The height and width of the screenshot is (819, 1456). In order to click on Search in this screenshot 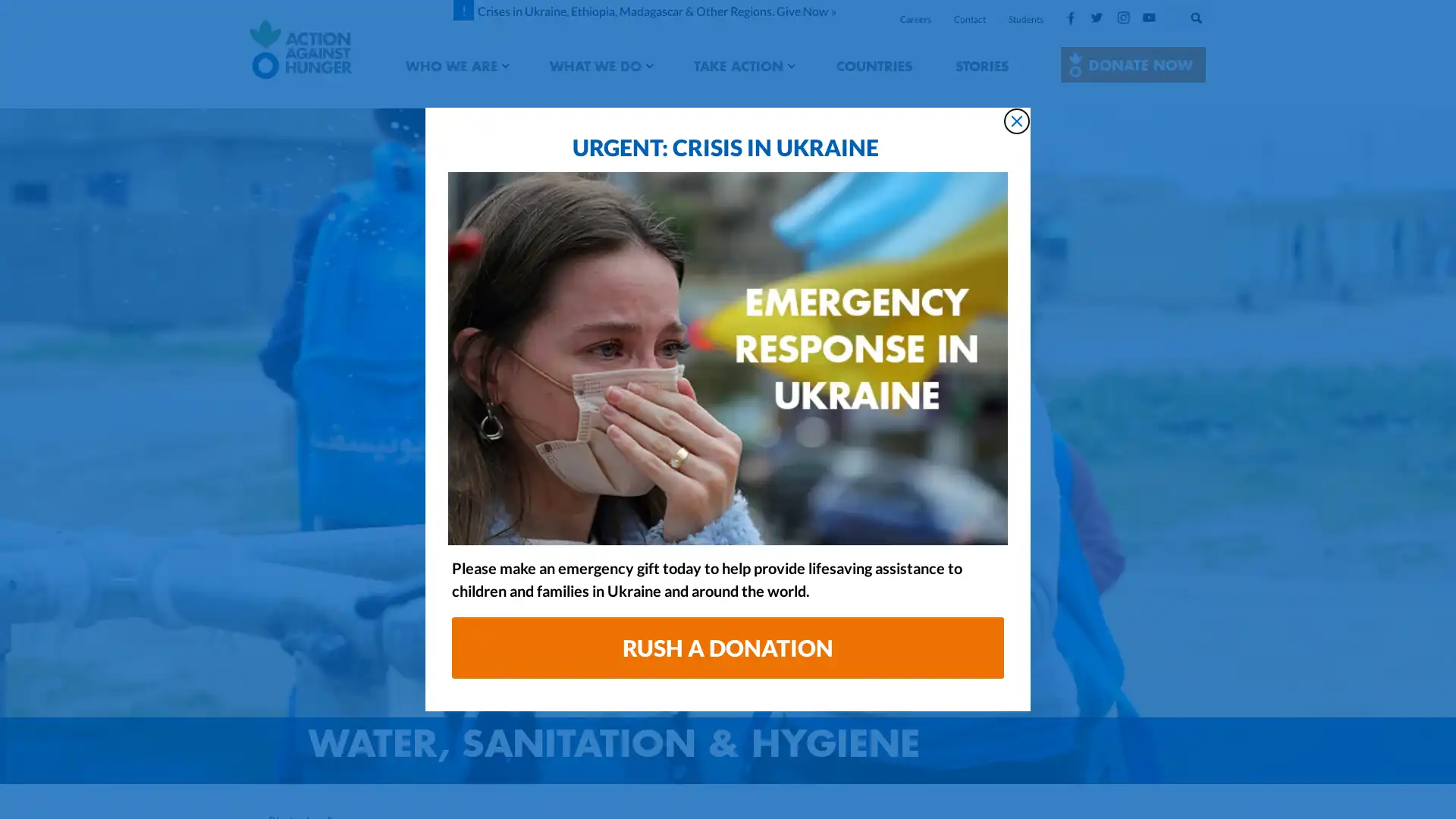, I will do `click(1211, 14)`.